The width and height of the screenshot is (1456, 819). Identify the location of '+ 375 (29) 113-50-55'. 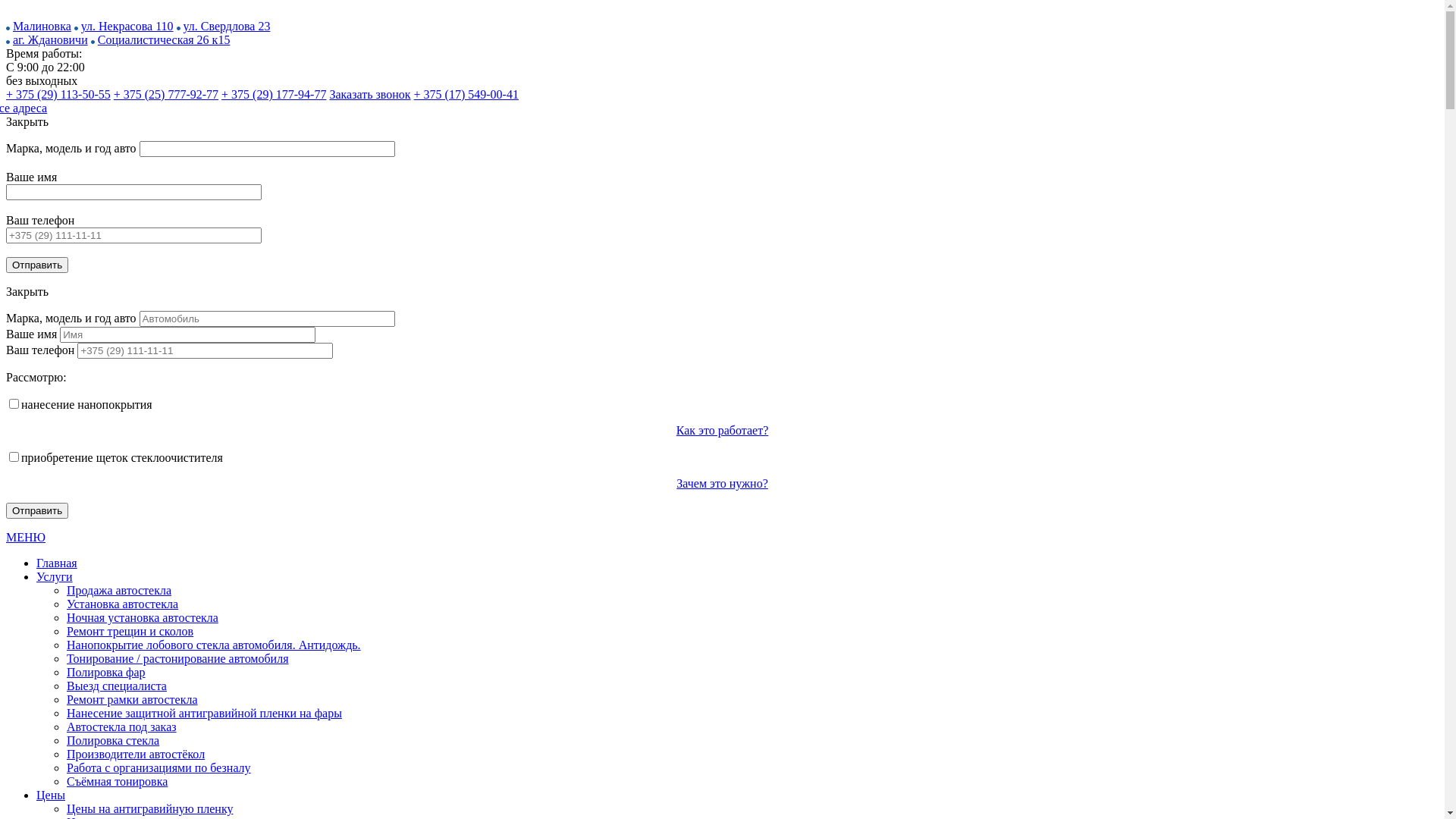
(58, 94).